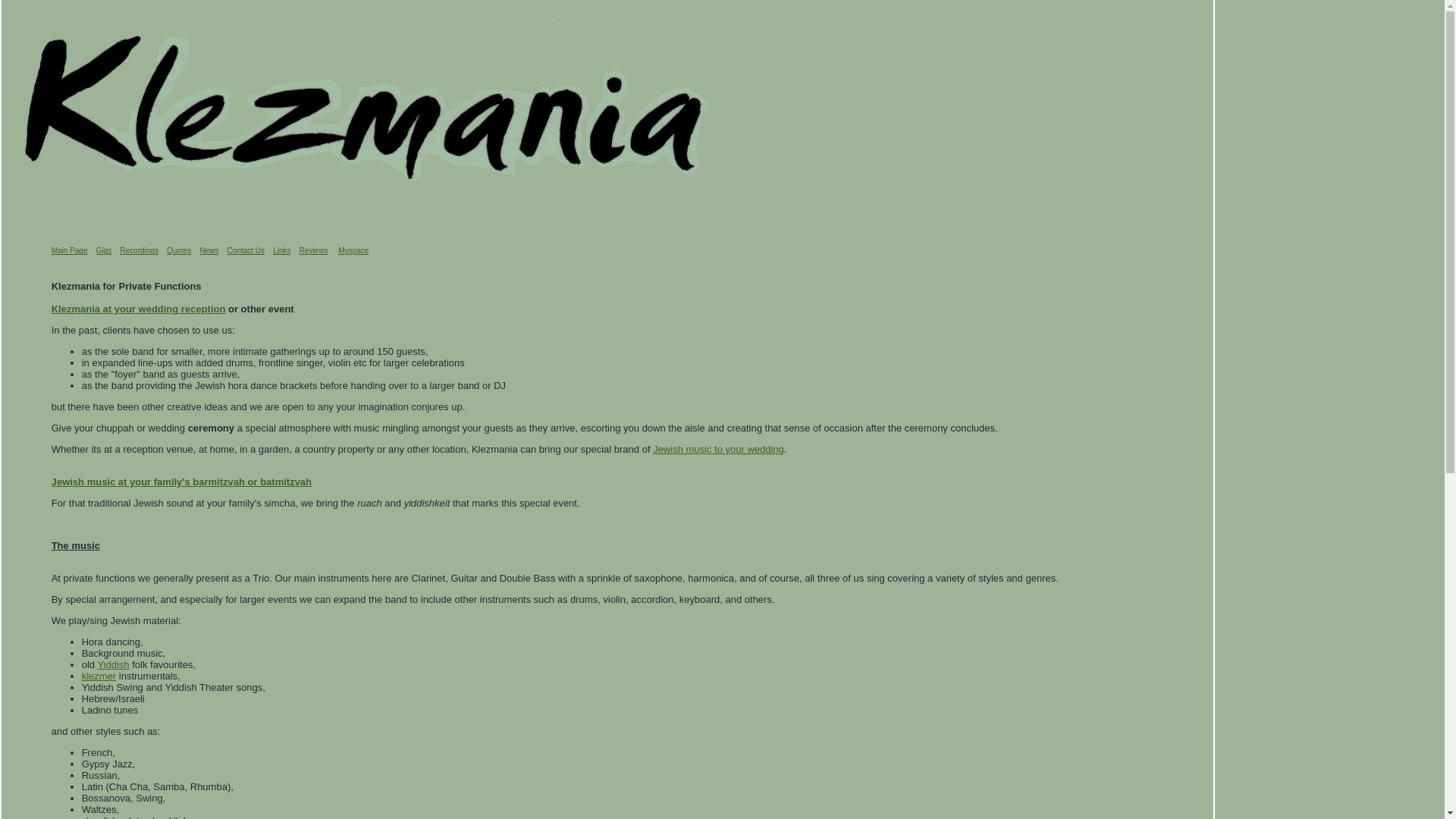 The width and height of the screenshot is (1456, 819). I want to click on 'Klezmania at your wedding reception', so click(51, 308).